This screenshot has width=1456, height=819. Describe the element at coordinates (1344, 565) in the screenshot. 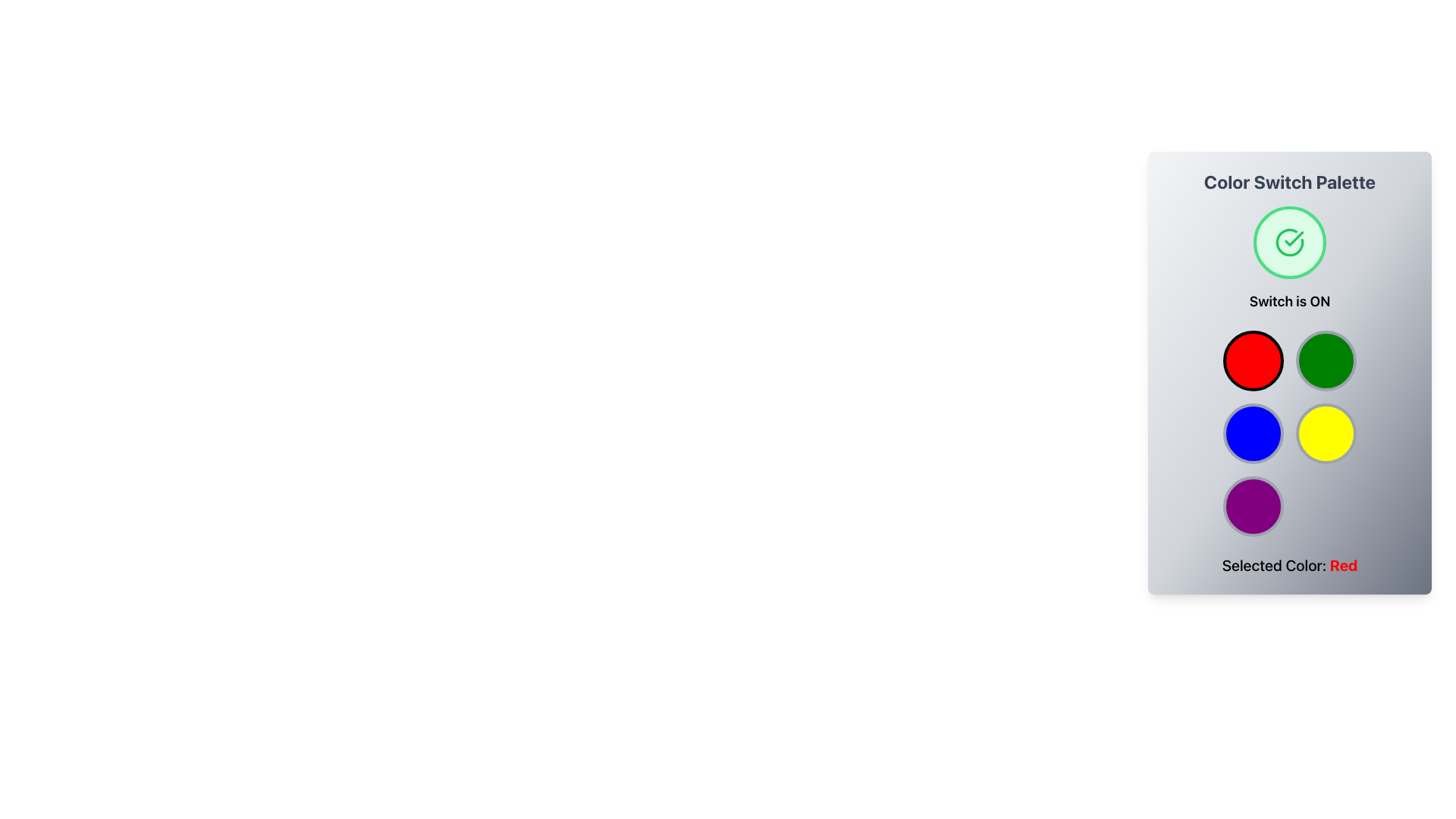

I see `the bold red text label that says 'Red', which is located at the bottom of the content area, just after 'Selected Color:'` at that location.